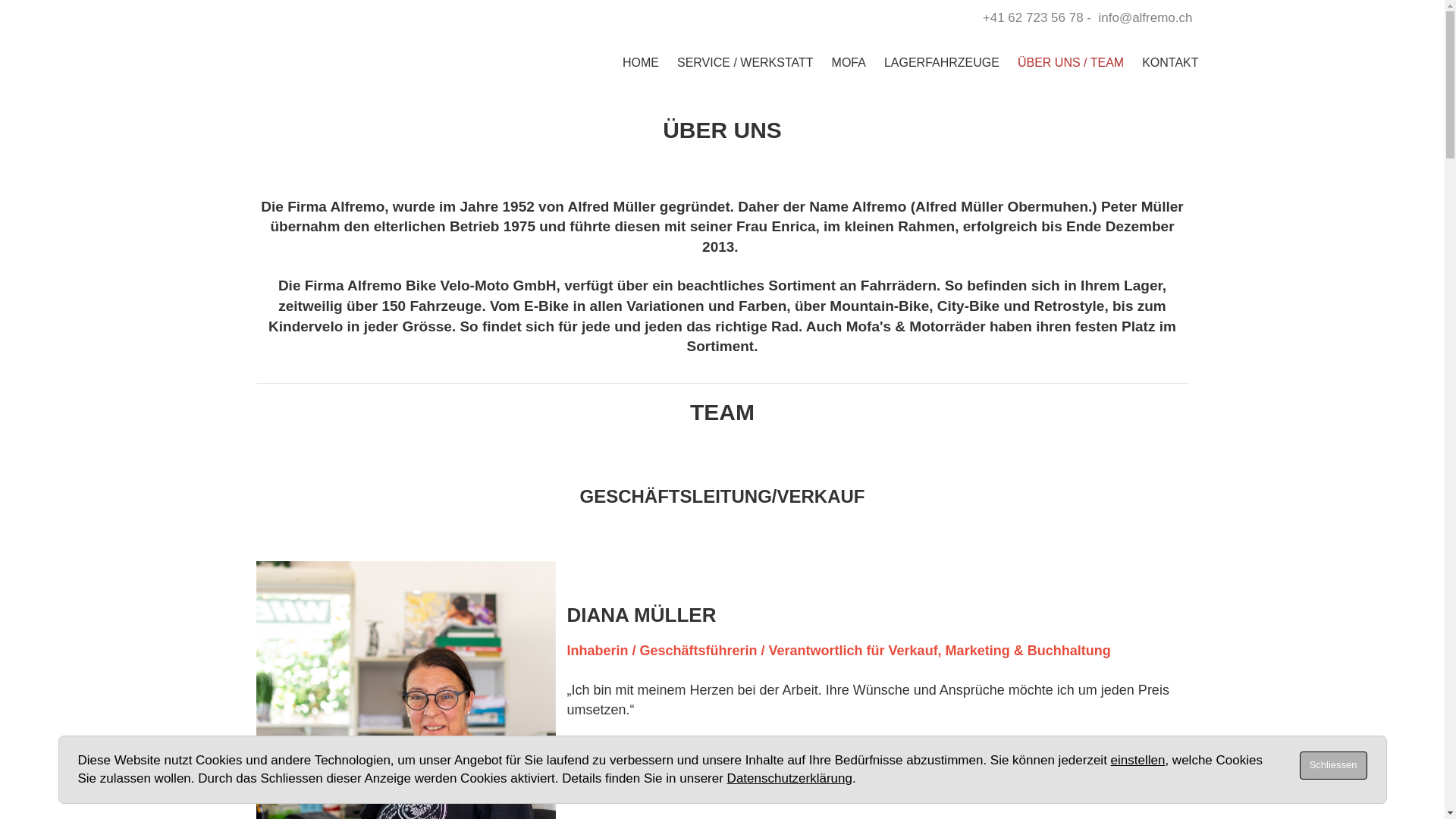  I want to click on '+41 62 723 56 78', so click(1032, 17).